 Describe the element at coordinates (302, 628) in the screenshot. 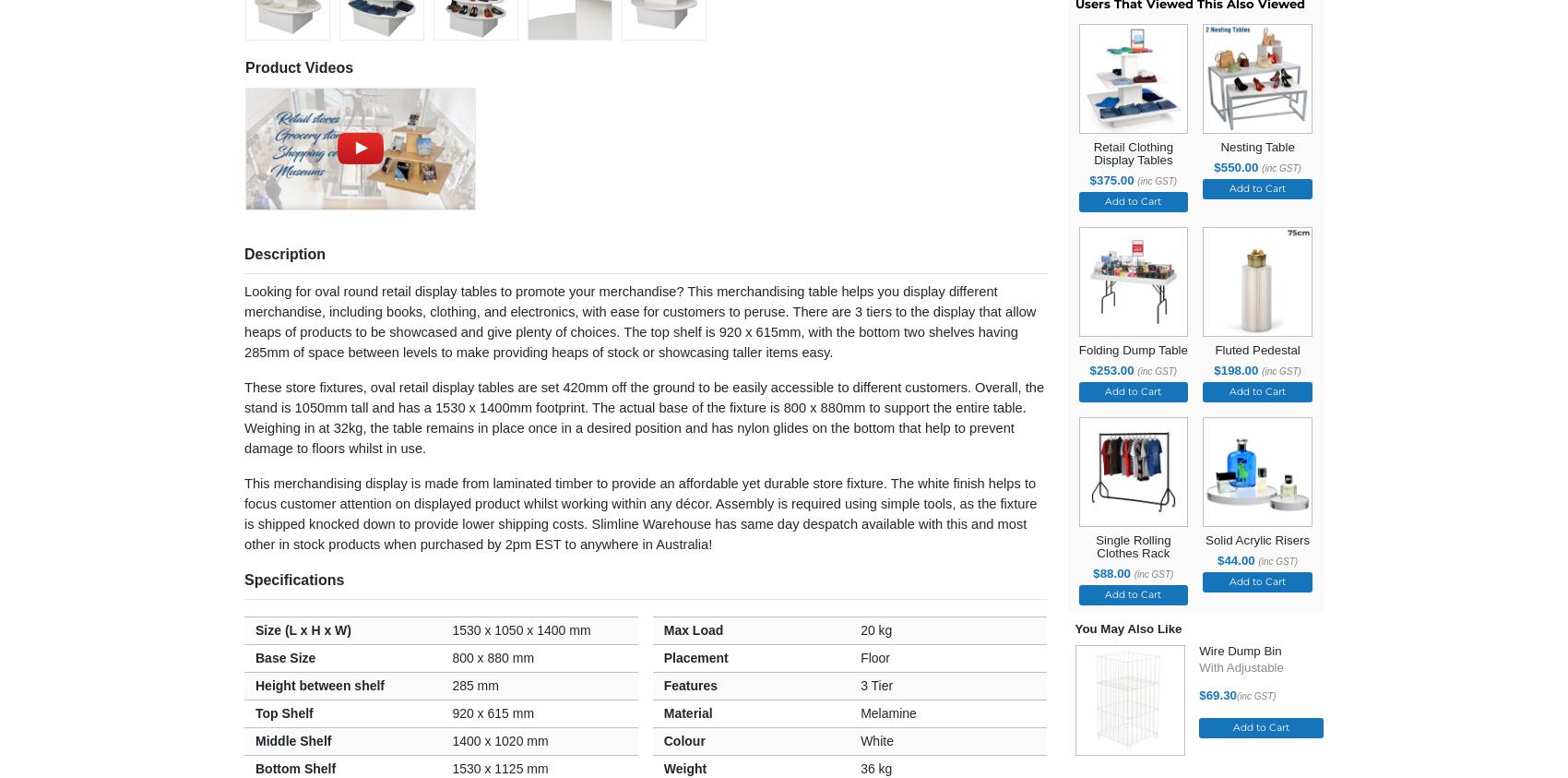

I see `'Size (L x H x W)'` at that location.